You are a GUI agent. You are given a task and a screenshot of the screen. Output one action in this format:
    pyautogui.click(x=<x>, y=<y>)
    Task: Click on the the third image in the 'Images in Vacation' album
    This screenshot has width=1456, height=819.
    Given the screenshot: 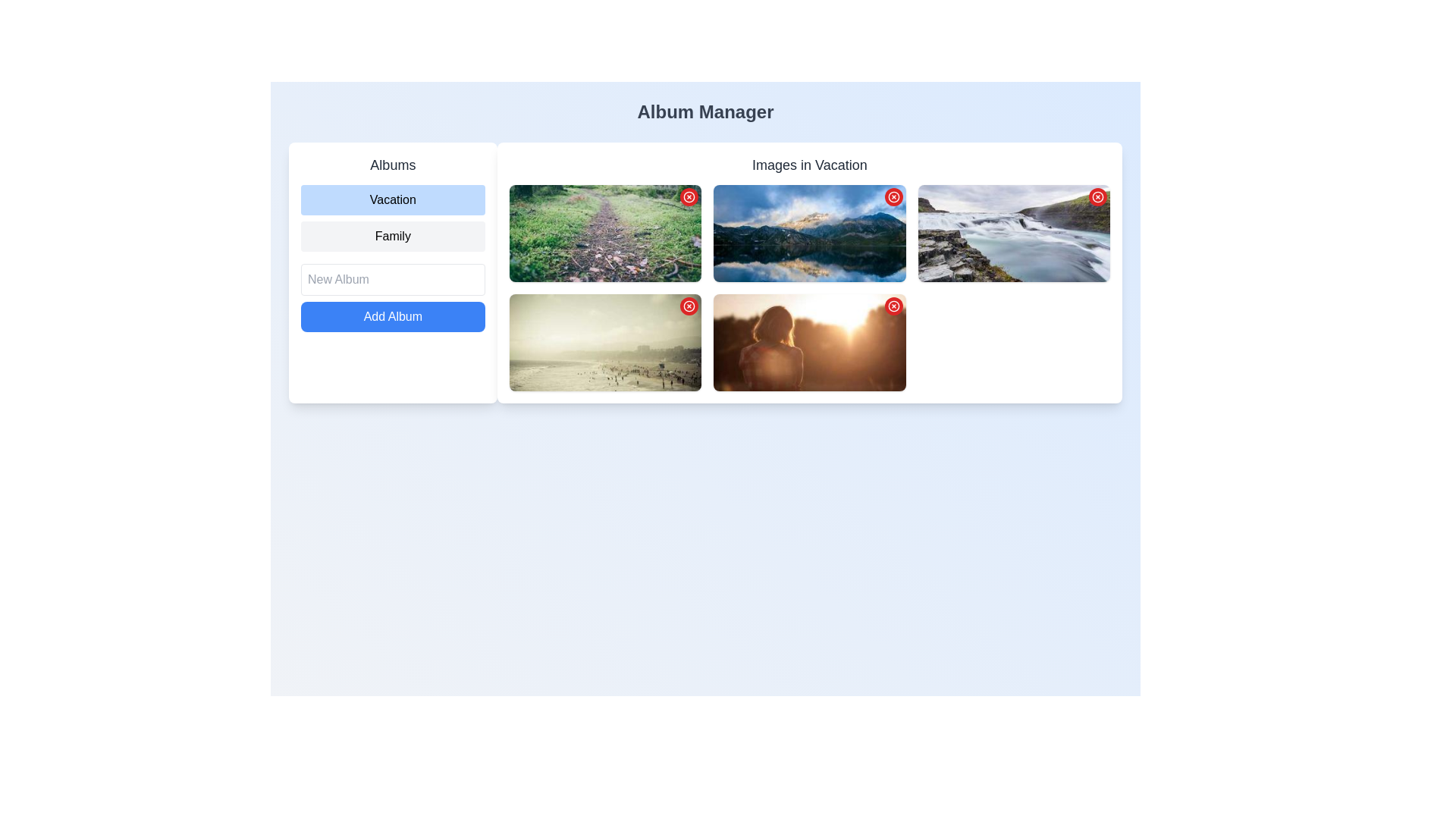 What is the action you would take?
    pyautogui.click(x=604, y=342)
    